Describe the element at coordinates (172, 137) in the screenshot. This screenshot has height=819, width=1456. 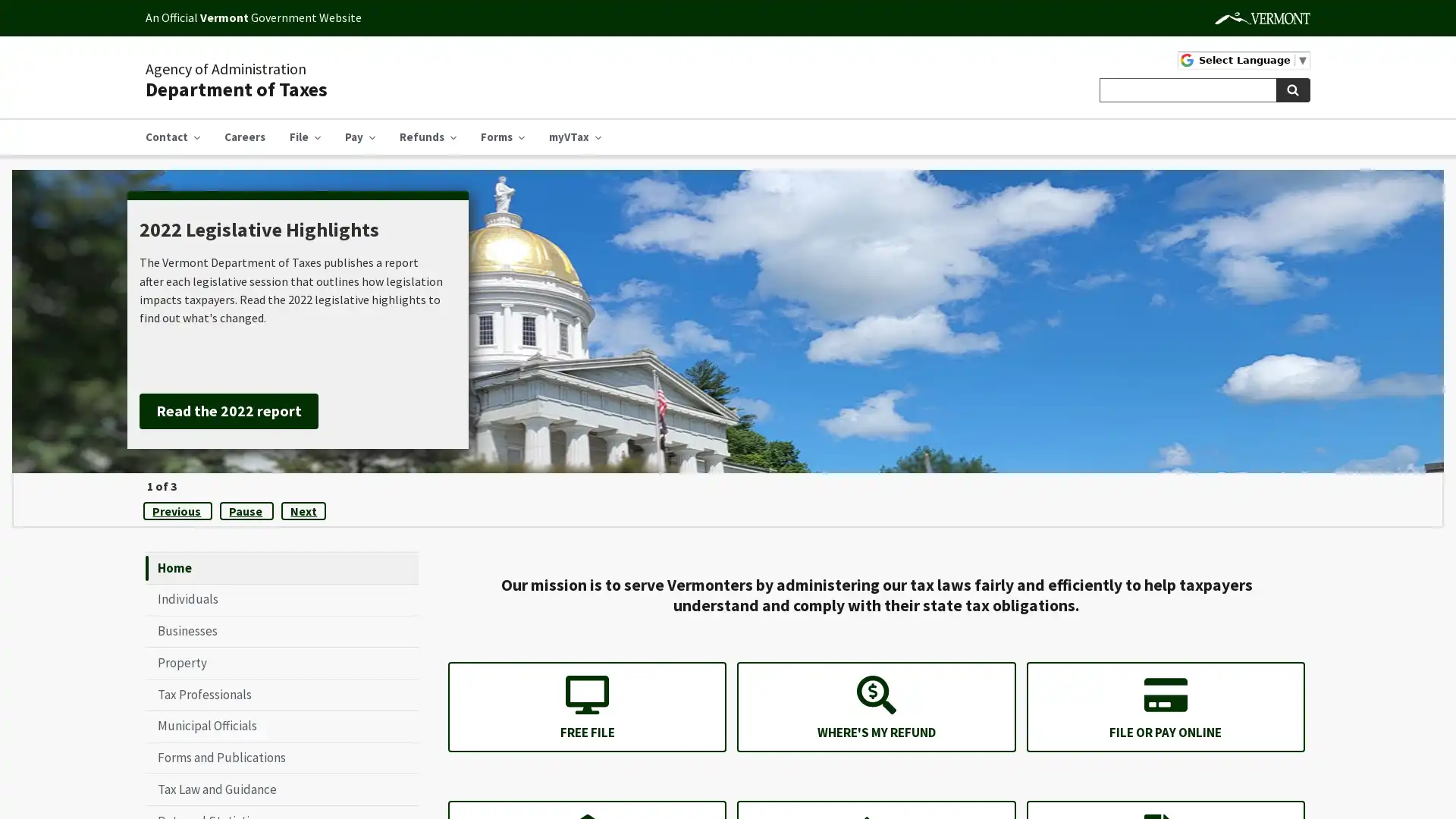
I see `Contact` at that location.